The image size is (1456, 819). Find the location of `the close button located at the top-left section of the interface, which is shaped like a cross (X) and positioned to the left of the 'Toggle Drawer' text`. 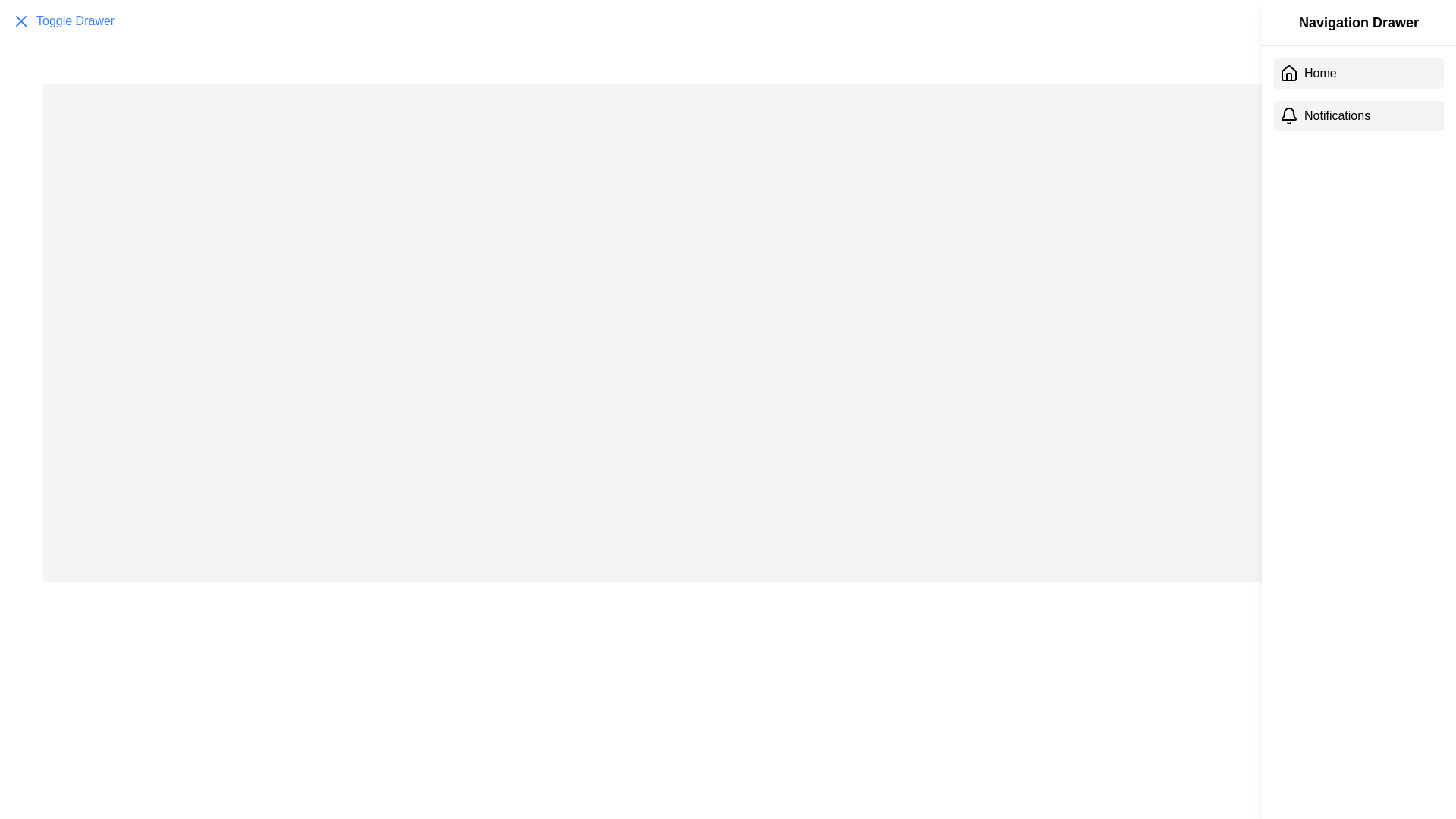

the close button located at the top-left section of the interface, which is shaped like a cross (X) and positioned to the left of the 'Toggle Drawer' text is located at coordinates (21, 20).